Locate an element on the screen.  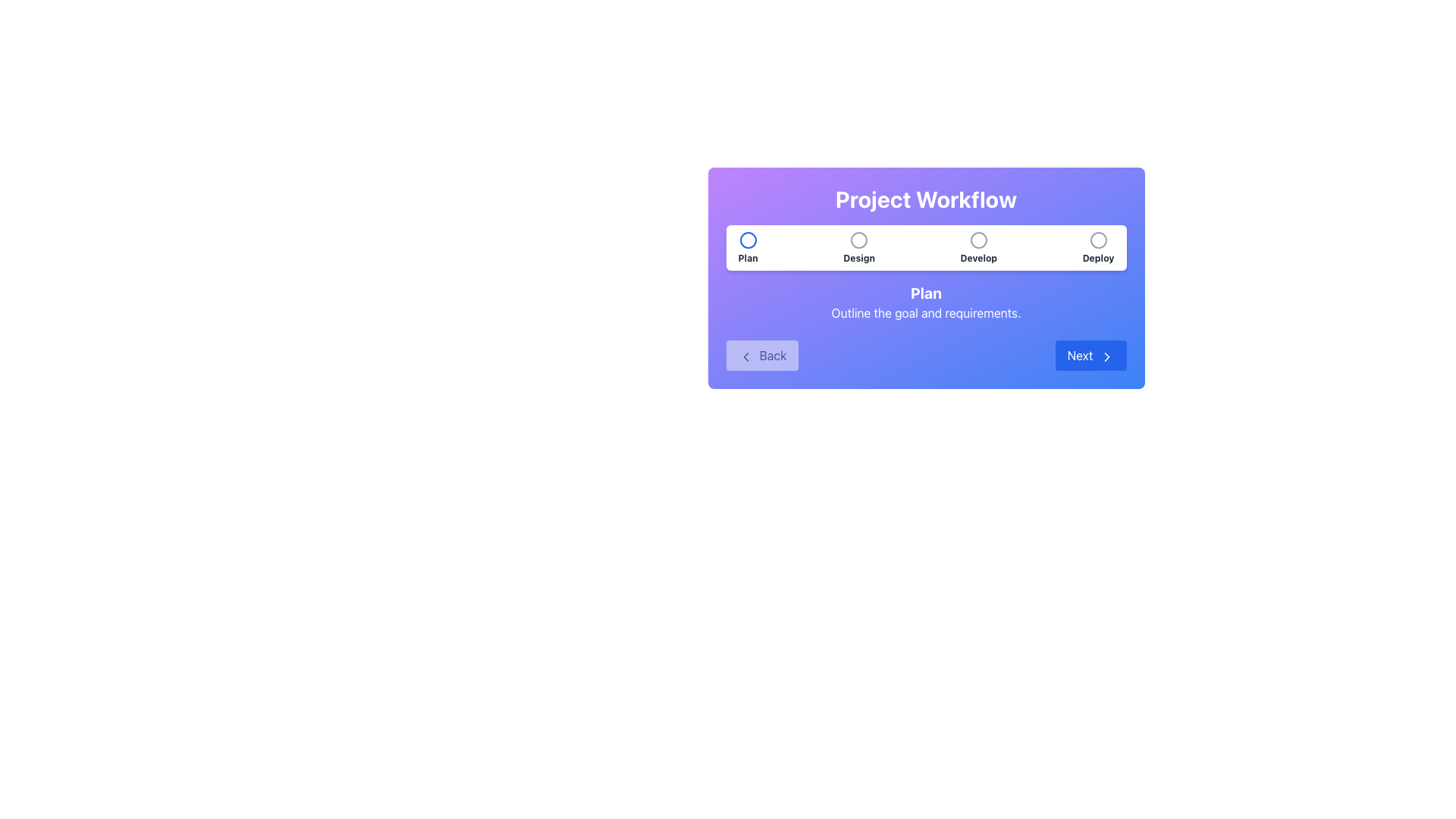
the circular icon with a blue border located in the top left portion of the segmented navigation row within the 'Plan' section for interaction if enabled is located at coordinates (748, 239).